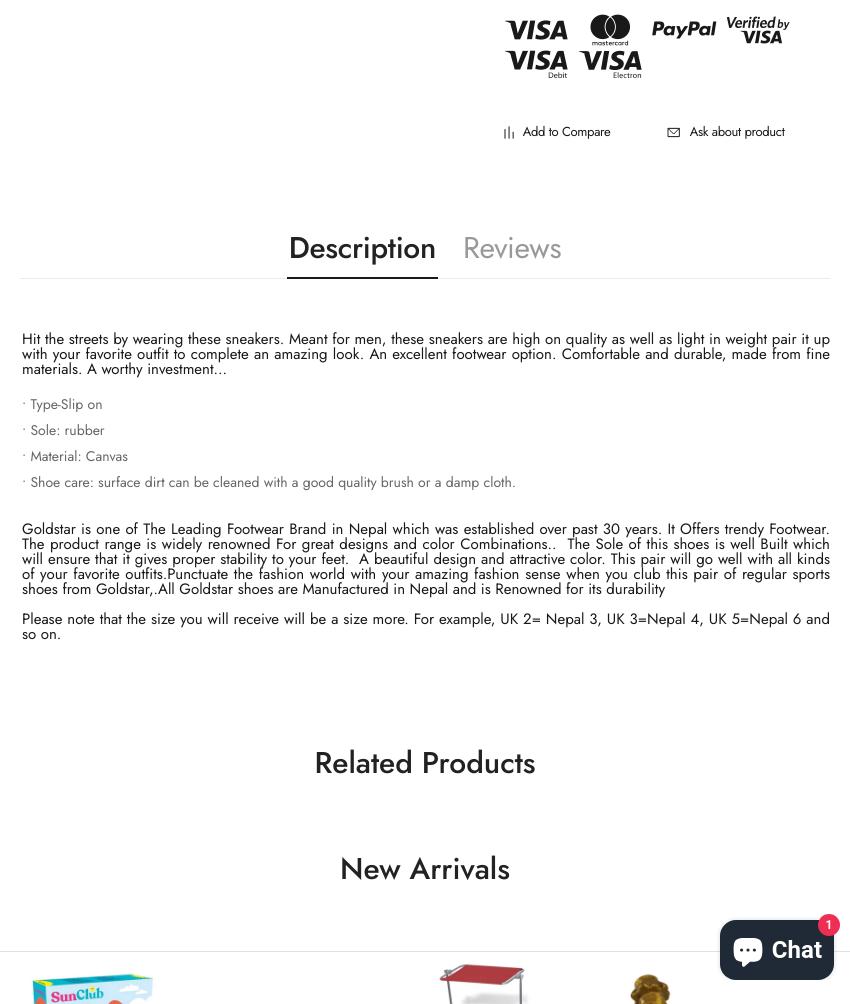 The height and width of the screenshot is (1004, 850). What do you see at coordinates (313, 763) in the screenshot?
I see `'Related Products'` at bounding box center [313, 763].